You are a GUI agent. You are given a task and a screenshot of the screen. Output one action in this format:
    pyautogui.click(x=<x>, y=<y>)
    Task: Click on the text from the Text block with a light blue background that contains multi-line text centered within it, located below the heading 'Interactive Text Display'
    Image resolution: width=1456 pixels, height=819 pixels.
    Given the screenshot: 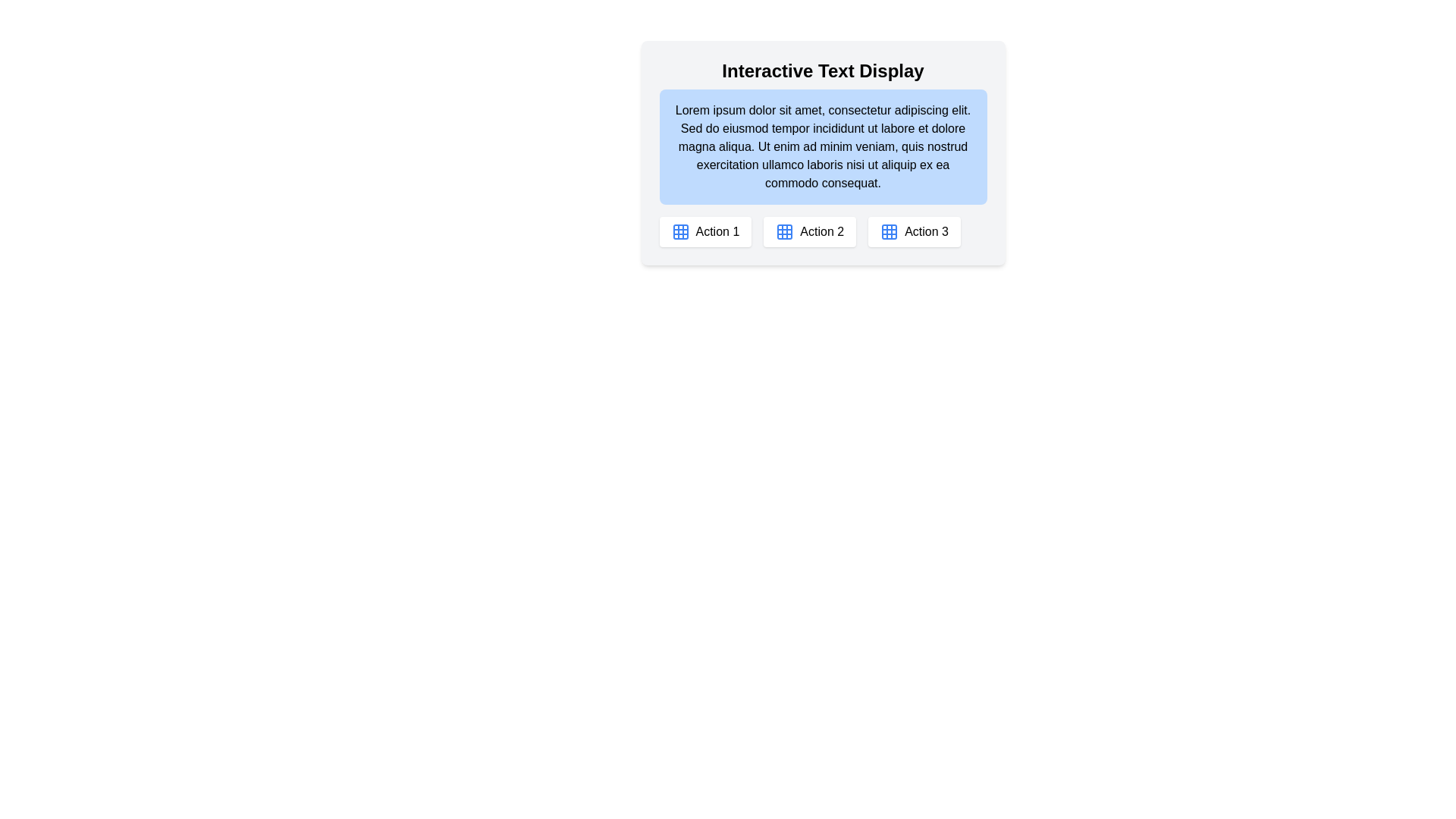 What is the action you would take?
    pyautogui.click(x=822, y=146)
    